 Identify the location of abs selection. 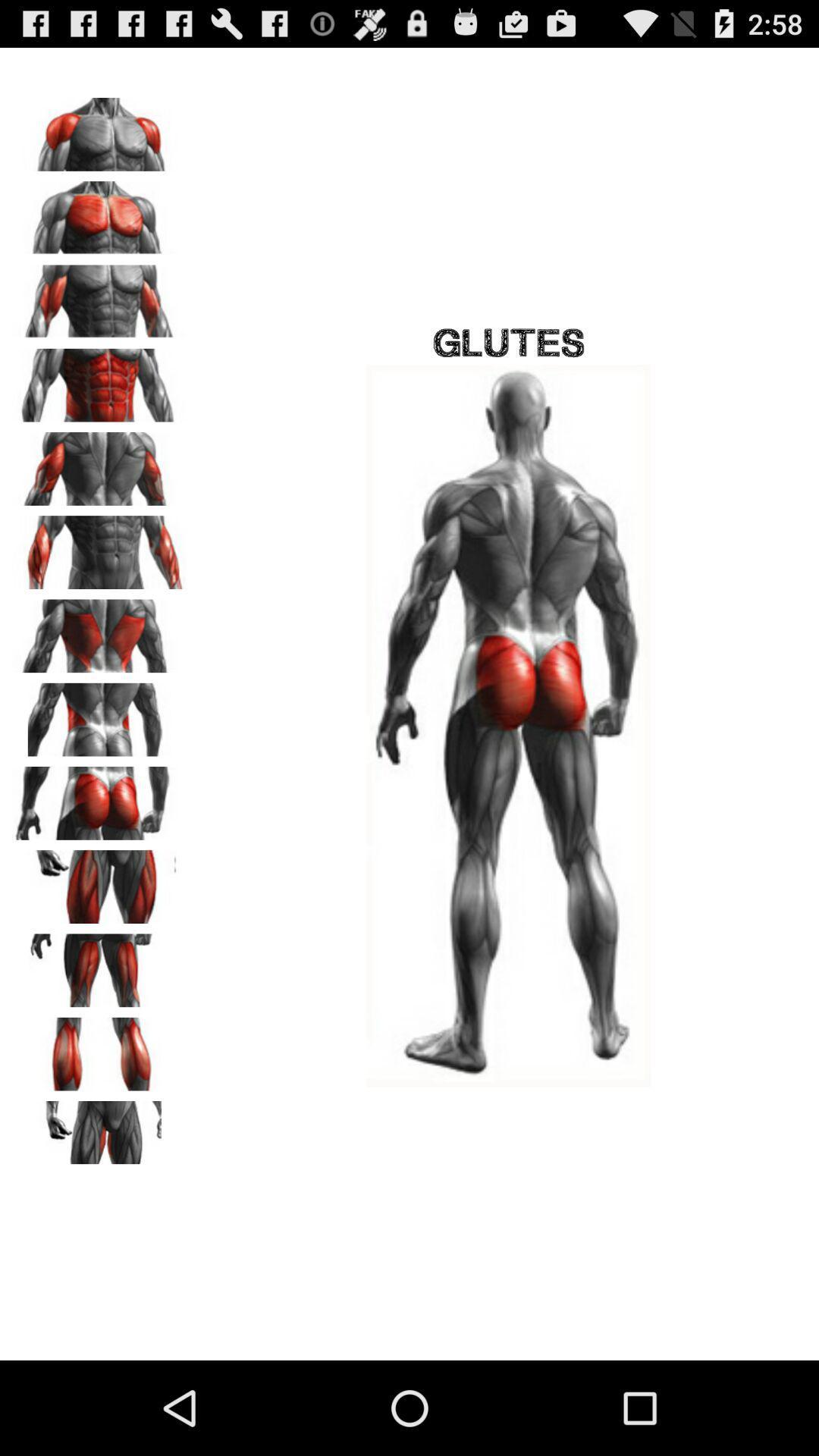
(99, 380).